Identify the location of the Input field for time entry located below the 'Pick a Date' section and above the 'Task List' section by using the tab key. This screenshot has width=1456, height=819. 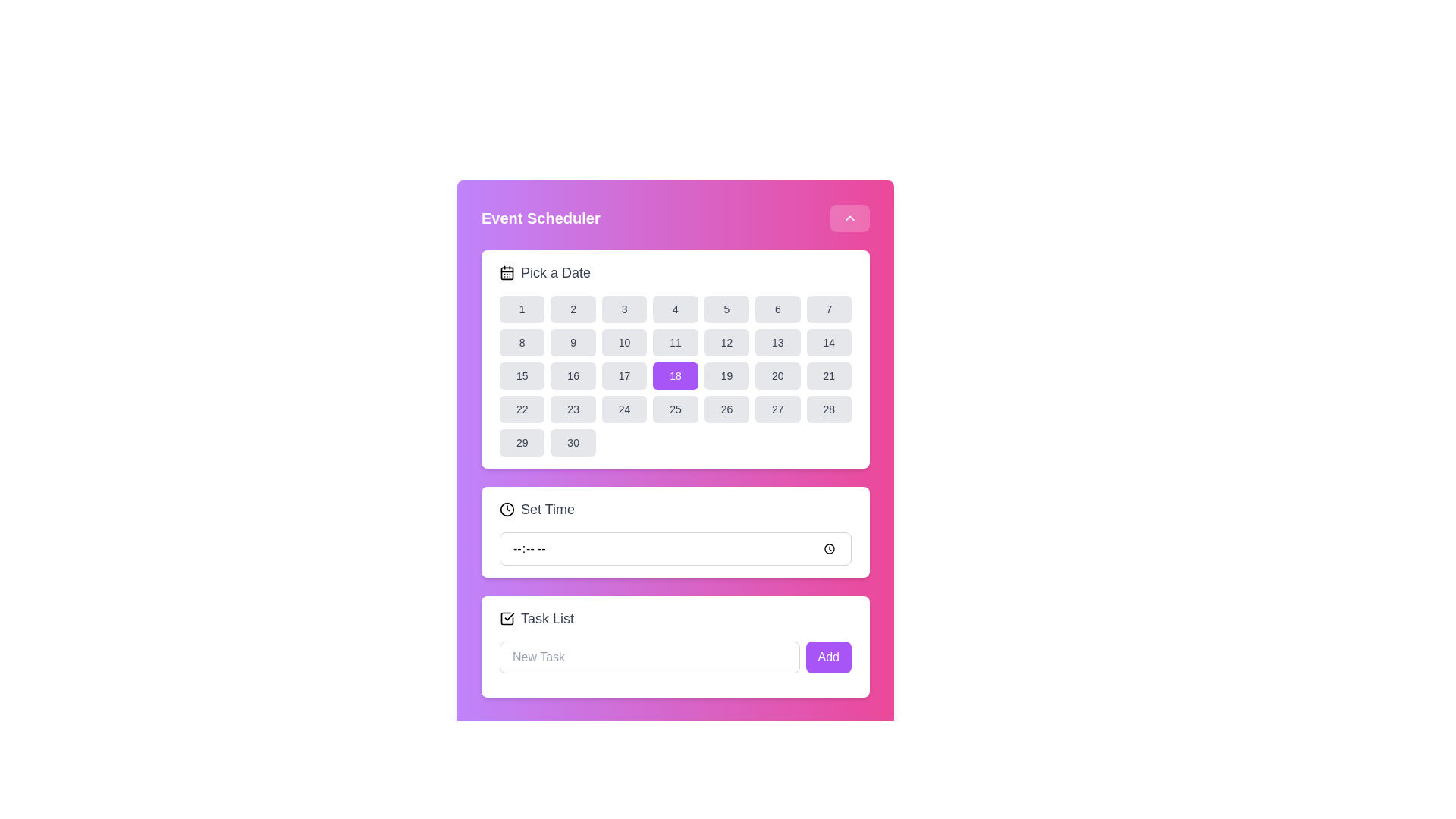
(675, 549).